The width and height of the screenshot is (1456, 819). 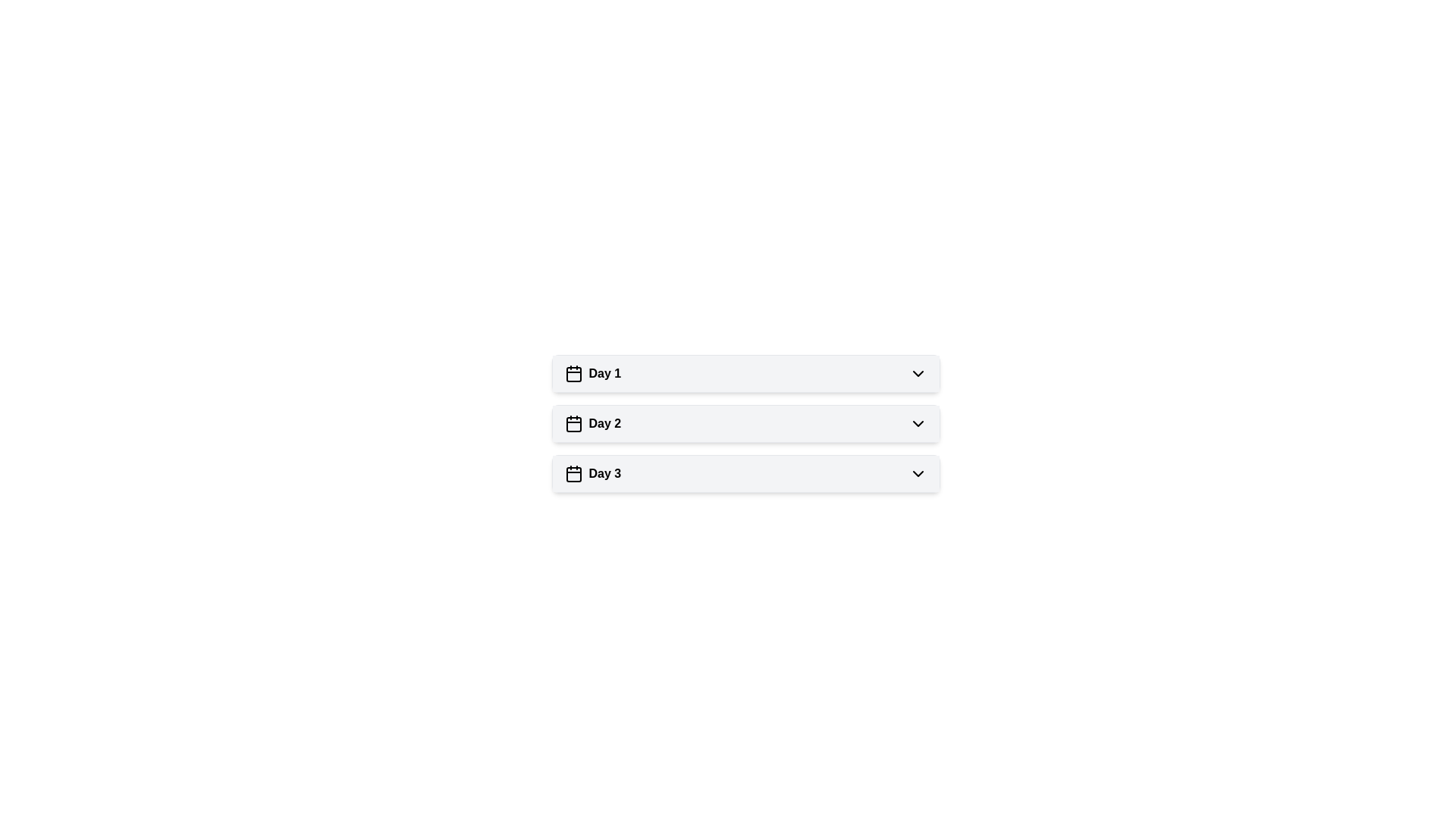 What do you see at coordinates (604, 374) in the screenshot?
I see `the non-interactive text element that indicates 'Day 1', which is part of the first row of a vertically aligned list and positioned to the right of a calendar icon` at bounding box center [604, 374].